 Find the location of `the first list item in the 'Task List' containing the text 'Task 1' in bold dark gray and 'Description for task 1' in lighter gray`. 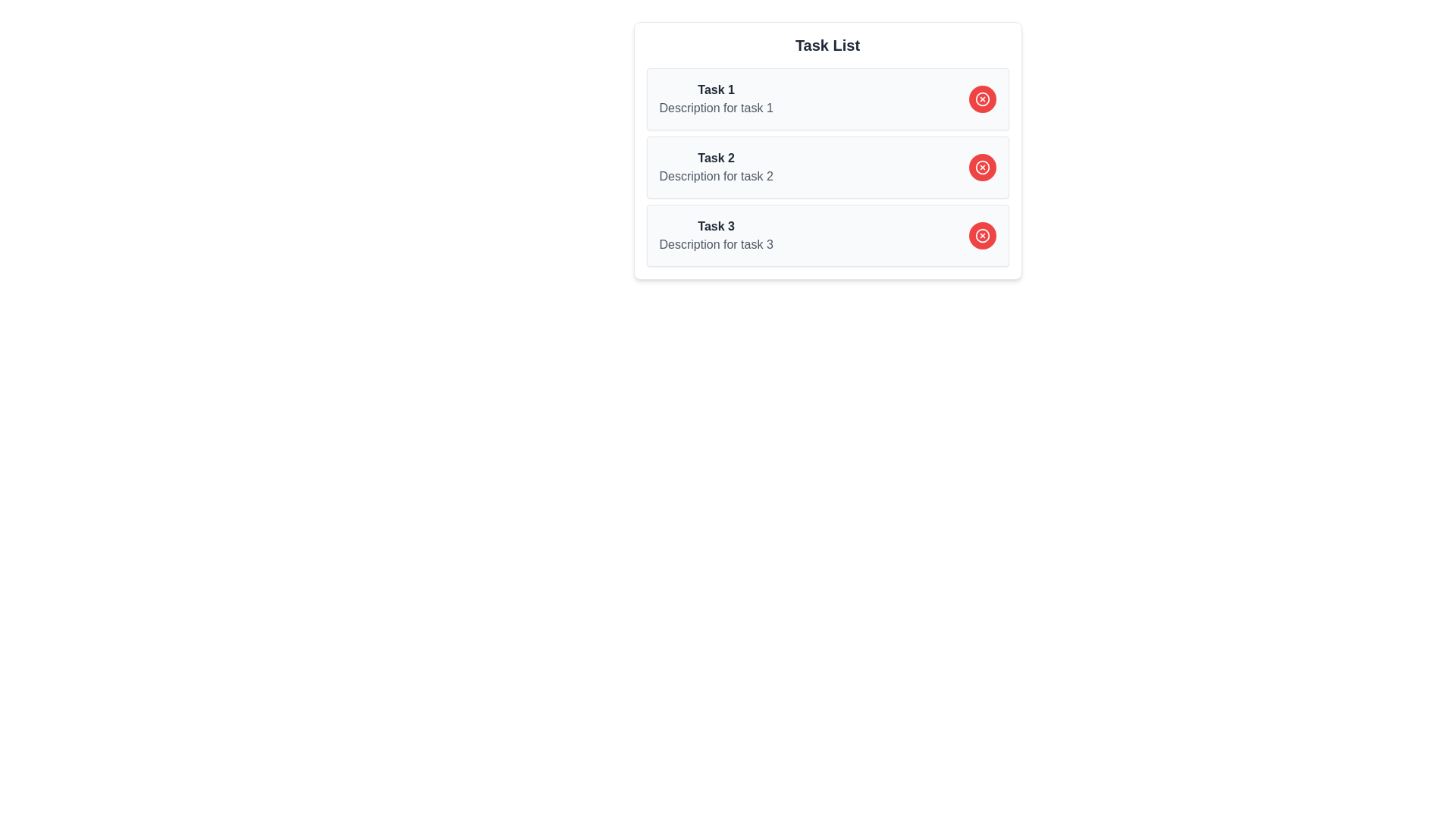

the first list item in the 'Task List' containing the text 'Task 1' in bold dark gray and 'Description for task 1' in lighter gray is located at coordinates (715, 99).